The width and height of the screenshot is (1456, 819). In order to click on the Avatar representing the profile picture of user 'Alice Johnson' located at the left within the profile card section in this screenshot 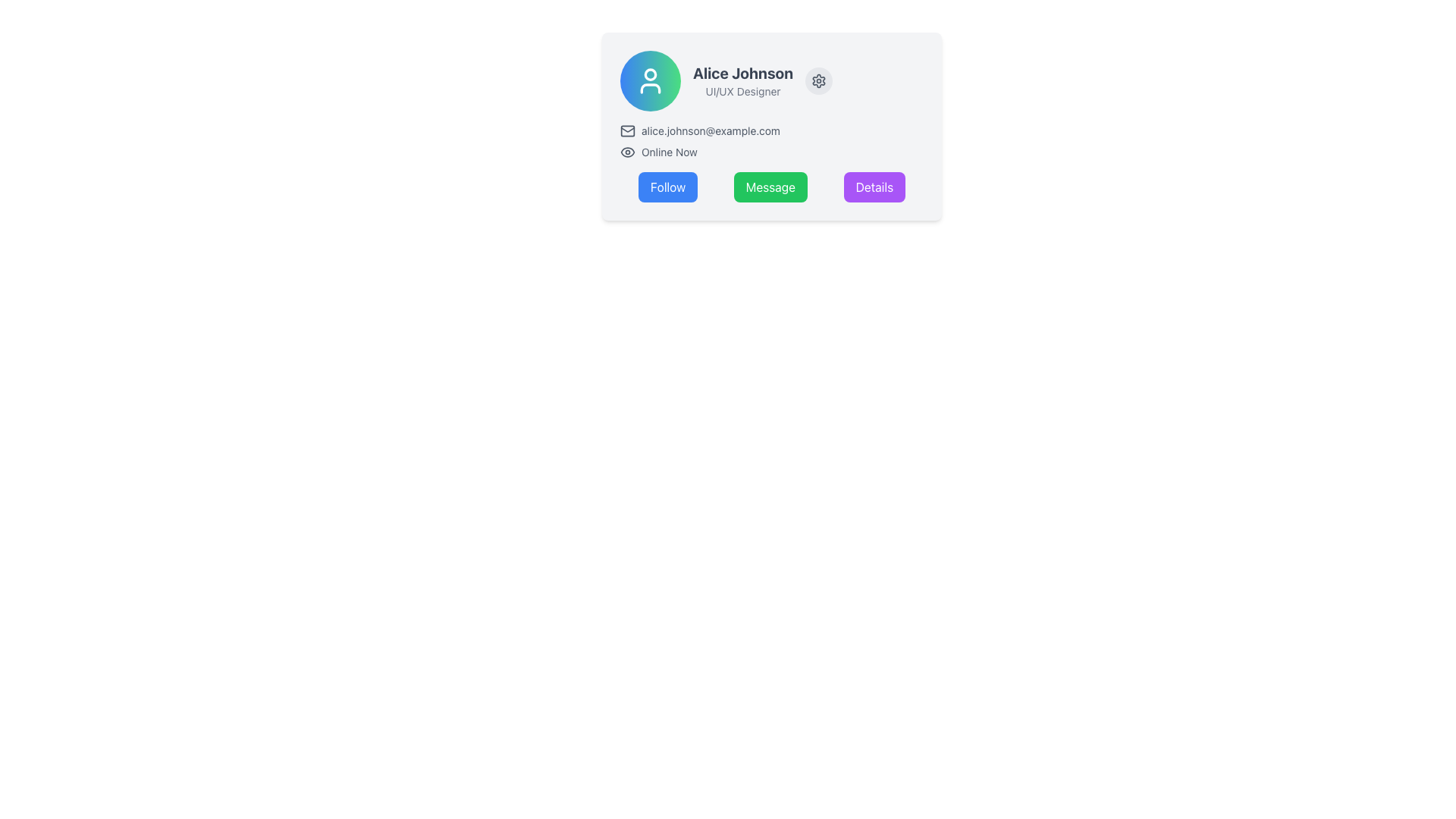, I will do `click(651, 81)`.